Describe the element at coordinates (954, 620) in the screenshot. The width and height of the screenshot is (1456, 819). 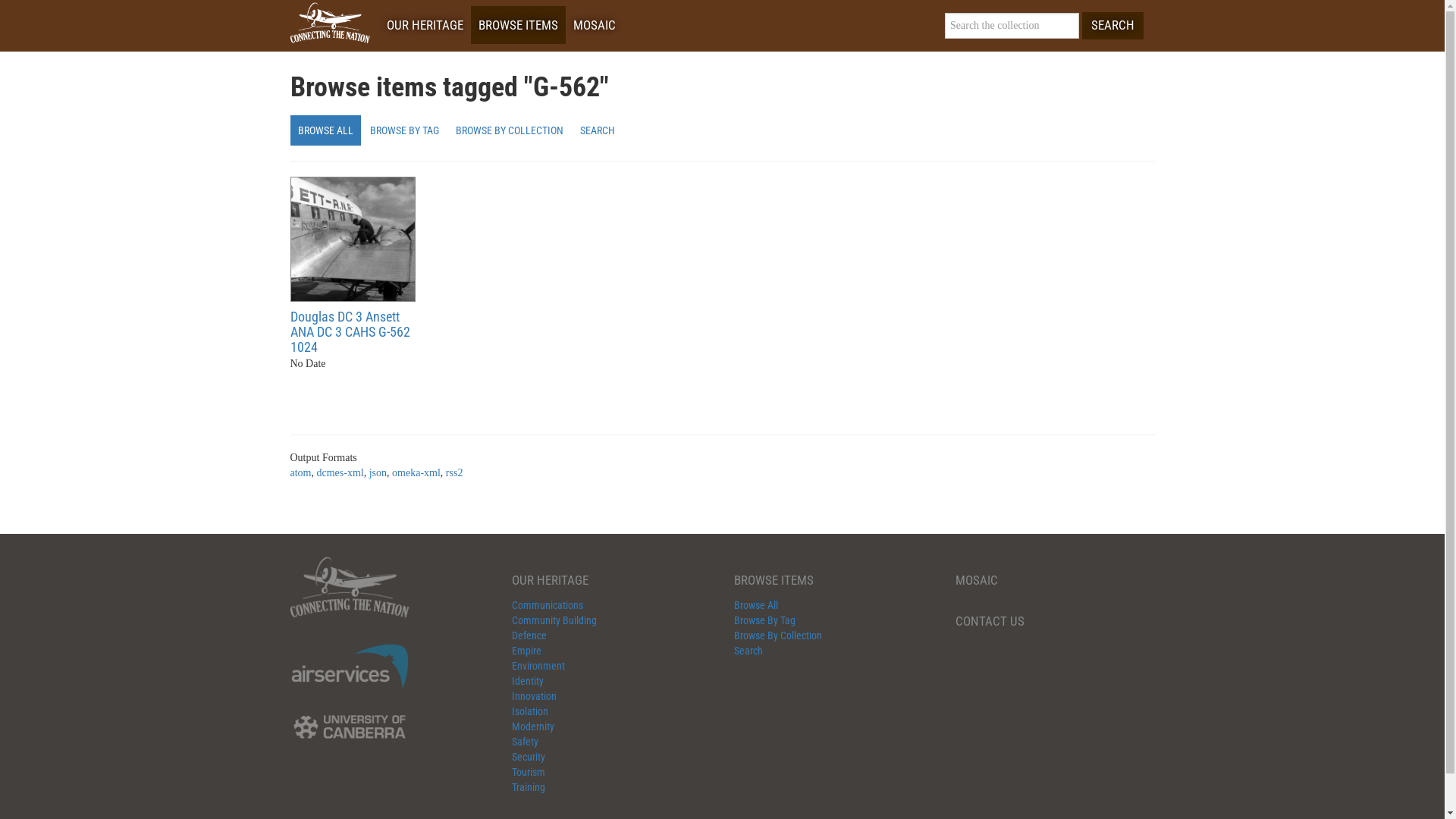
I see `'CONTACT US'` at that location.